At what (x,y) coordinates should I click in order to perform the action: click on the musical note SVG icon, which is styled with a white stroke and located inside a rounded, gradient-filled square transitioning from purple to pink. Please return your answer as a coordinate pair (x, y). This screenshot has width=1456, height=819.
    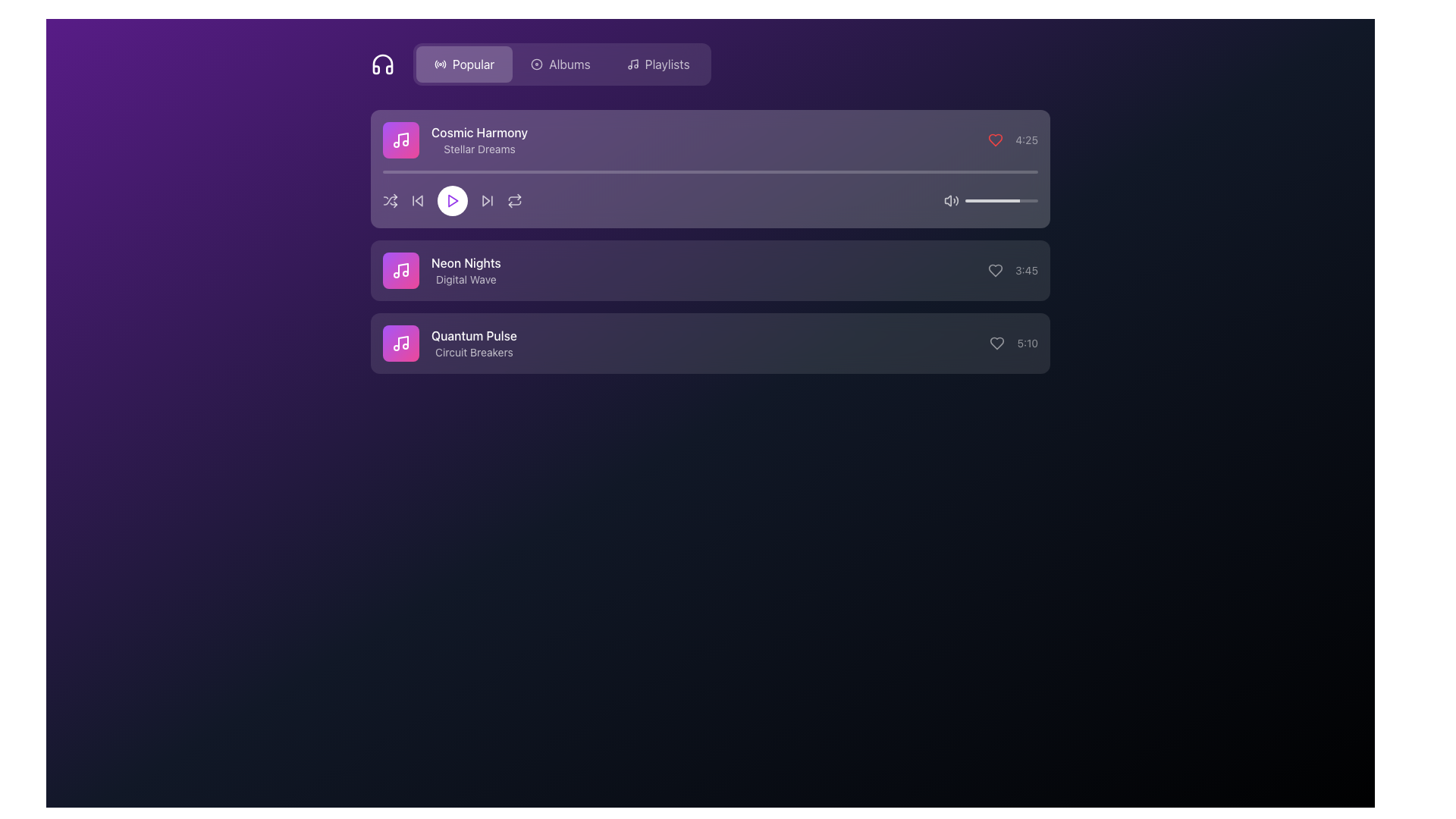
    Looking at the image, I should click on (400, 270).